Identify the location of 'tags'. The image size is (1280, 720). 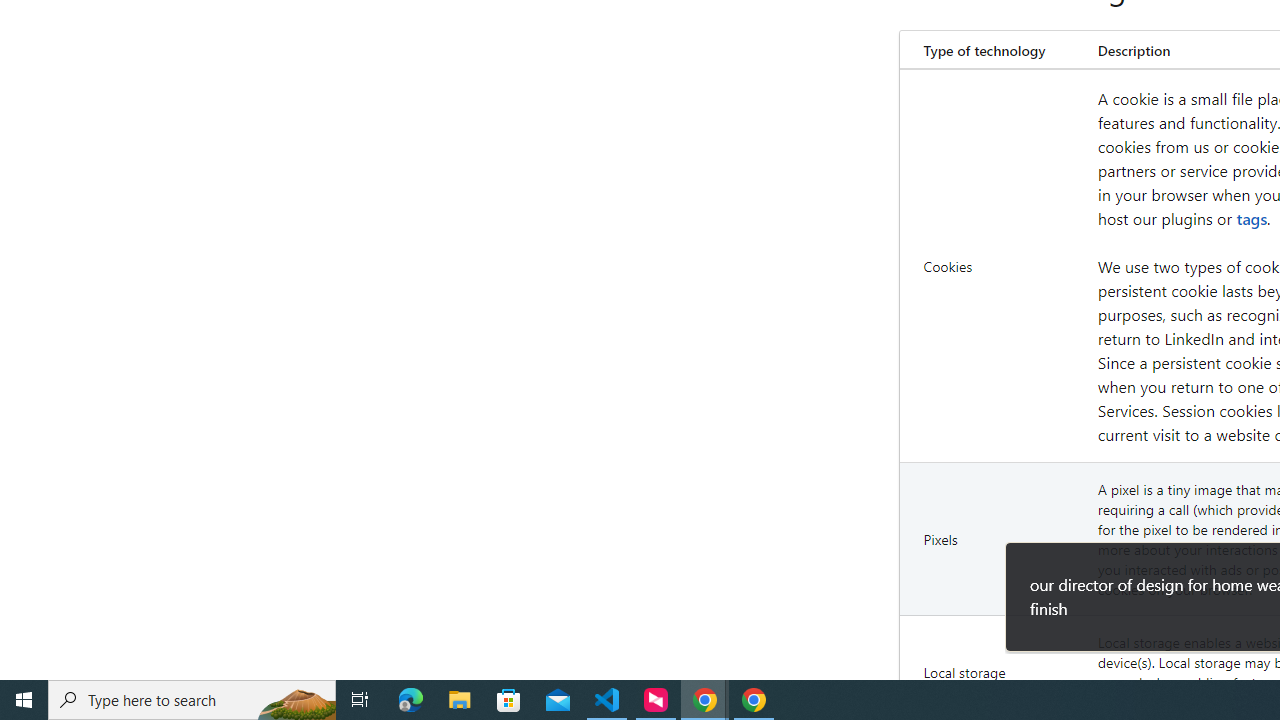
(1251, 218).